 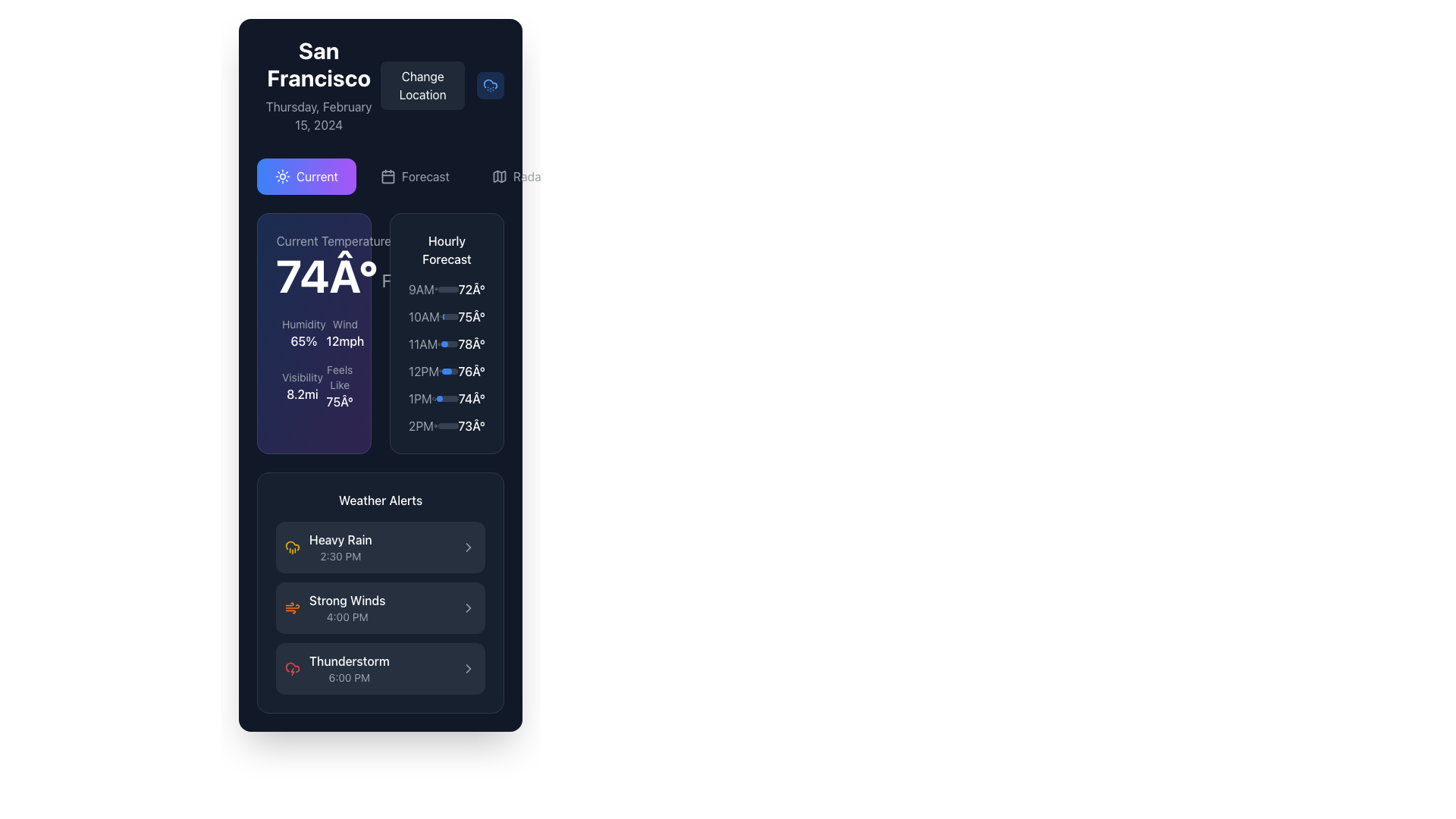 I want to click on the static text label that describes the temperature value, located on the left panel below the visibility metric, so click(x=339, y=376).